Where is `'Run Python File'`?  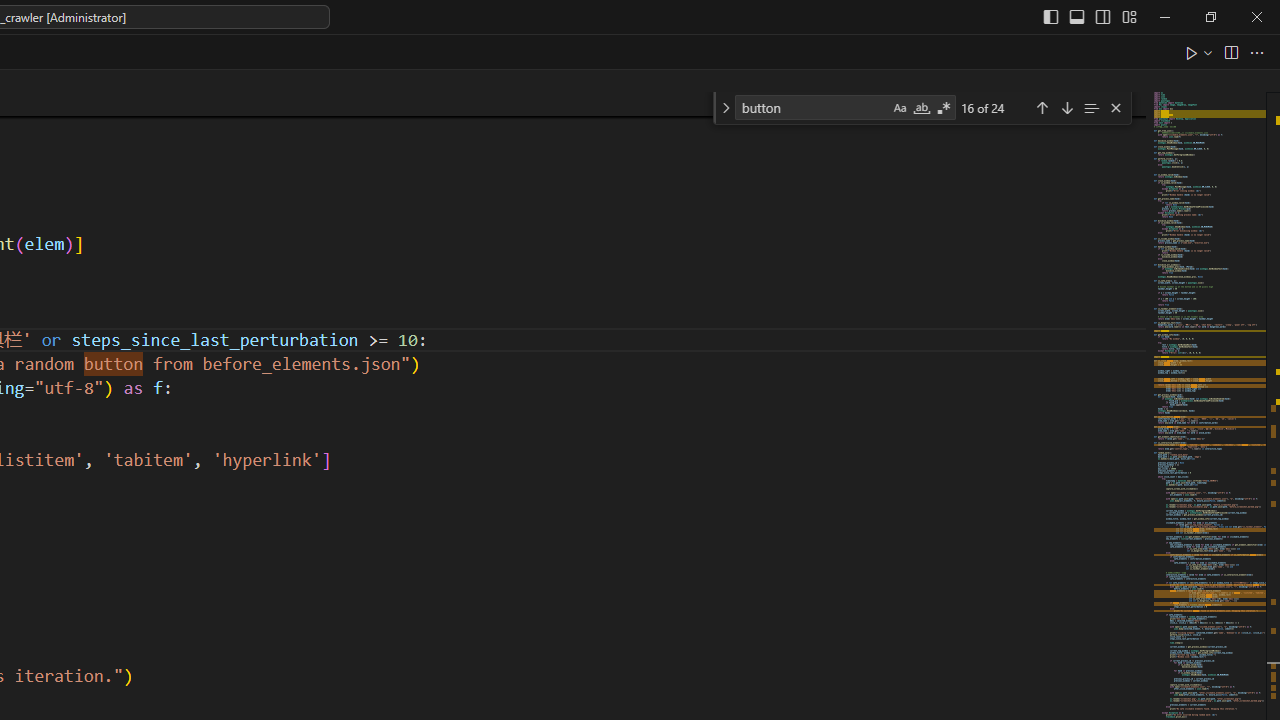 'Run Python File' is located at coordinates (1192, 51).